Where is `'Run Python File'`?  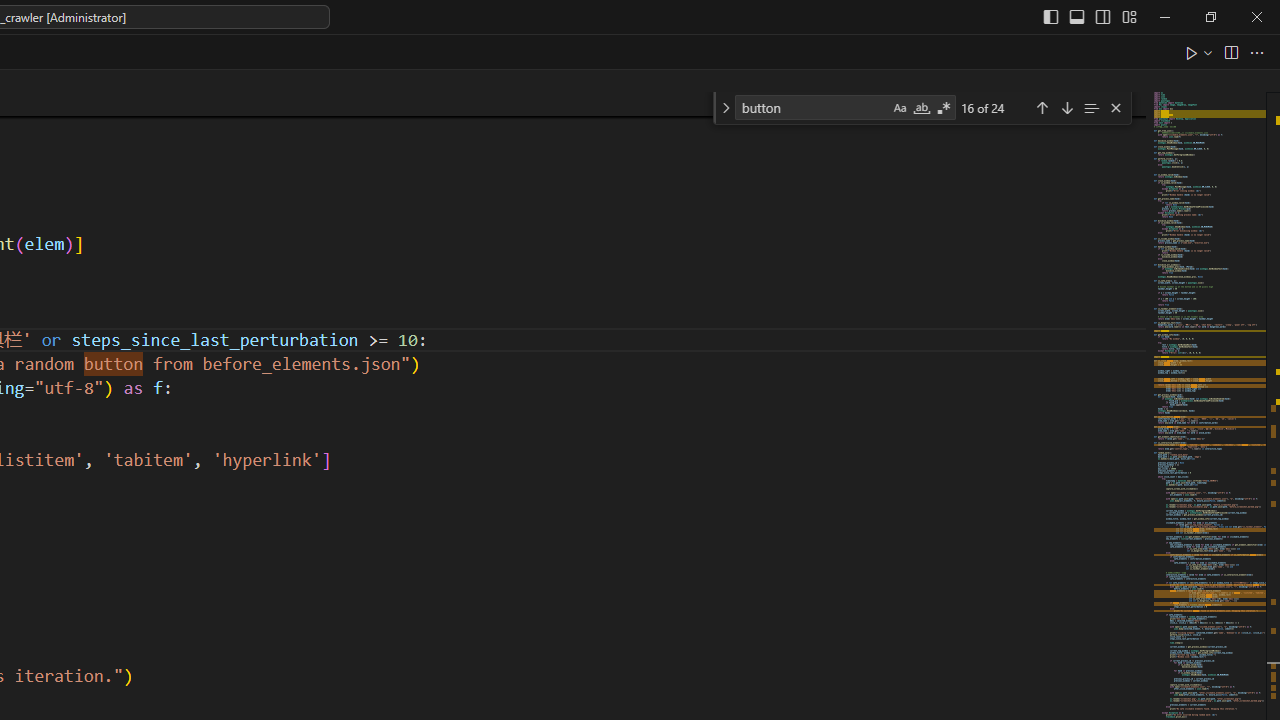 'Run Python File' is located at coordinates (1192, 51).